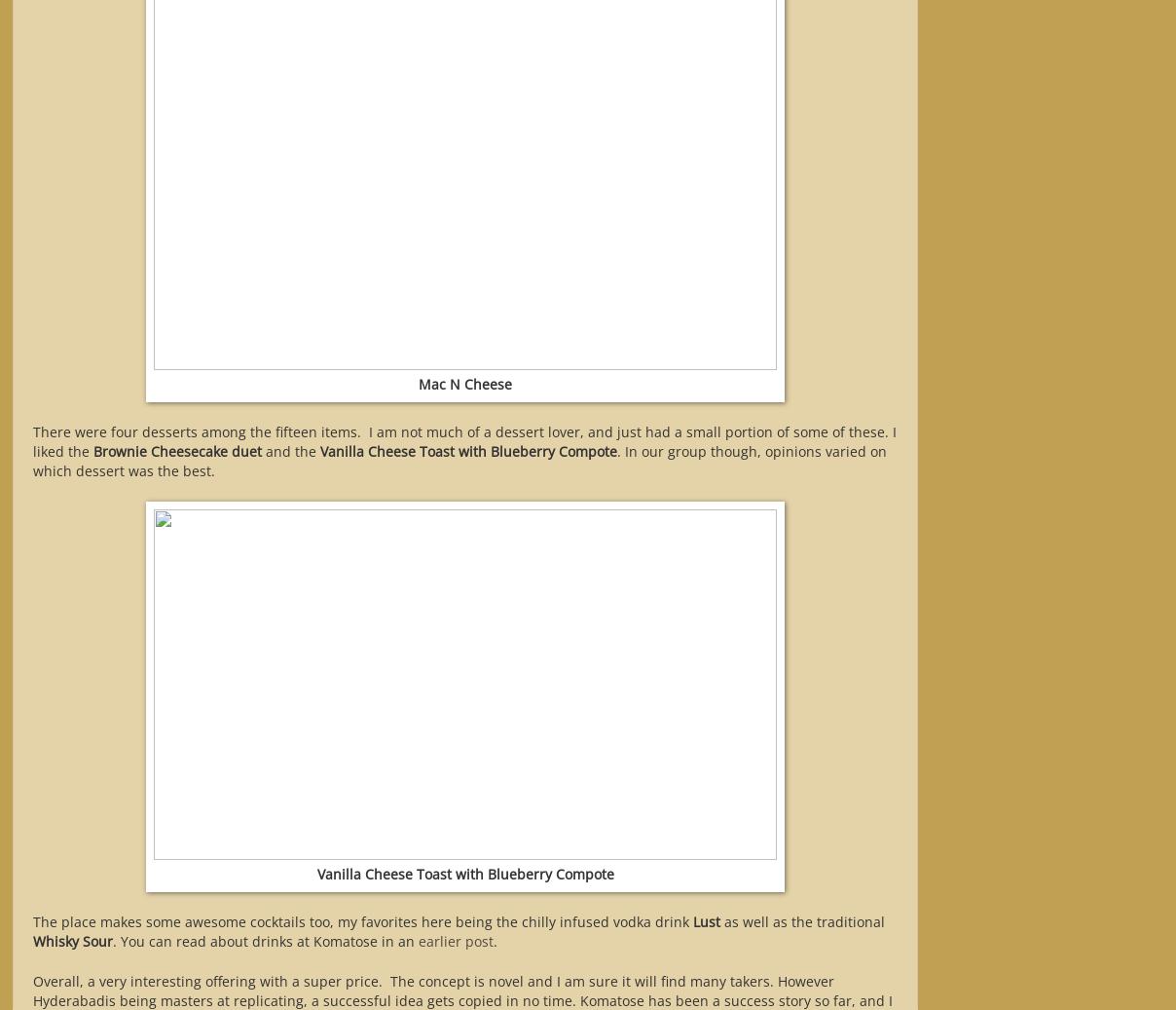 The height and width of the screenshot is (1010, 1176). What do you see at coordinates (459, 460) in the screenshot?
I see `'. In our group though, opinions varied on which dessert was the best.'` at bounding box center [459, 460].